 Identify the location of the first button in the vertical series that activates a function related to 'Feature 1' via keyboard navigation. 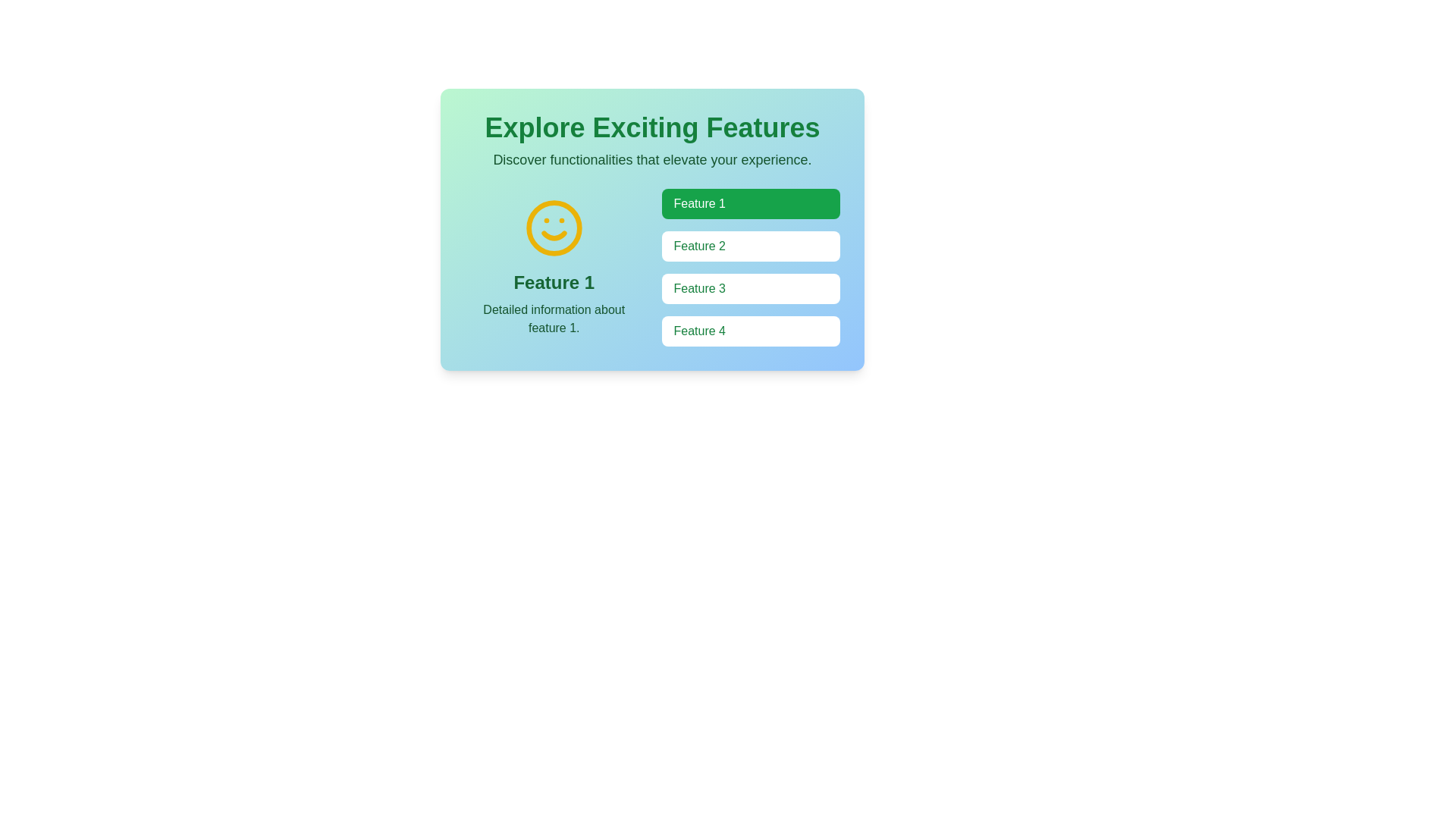
(751, 203).